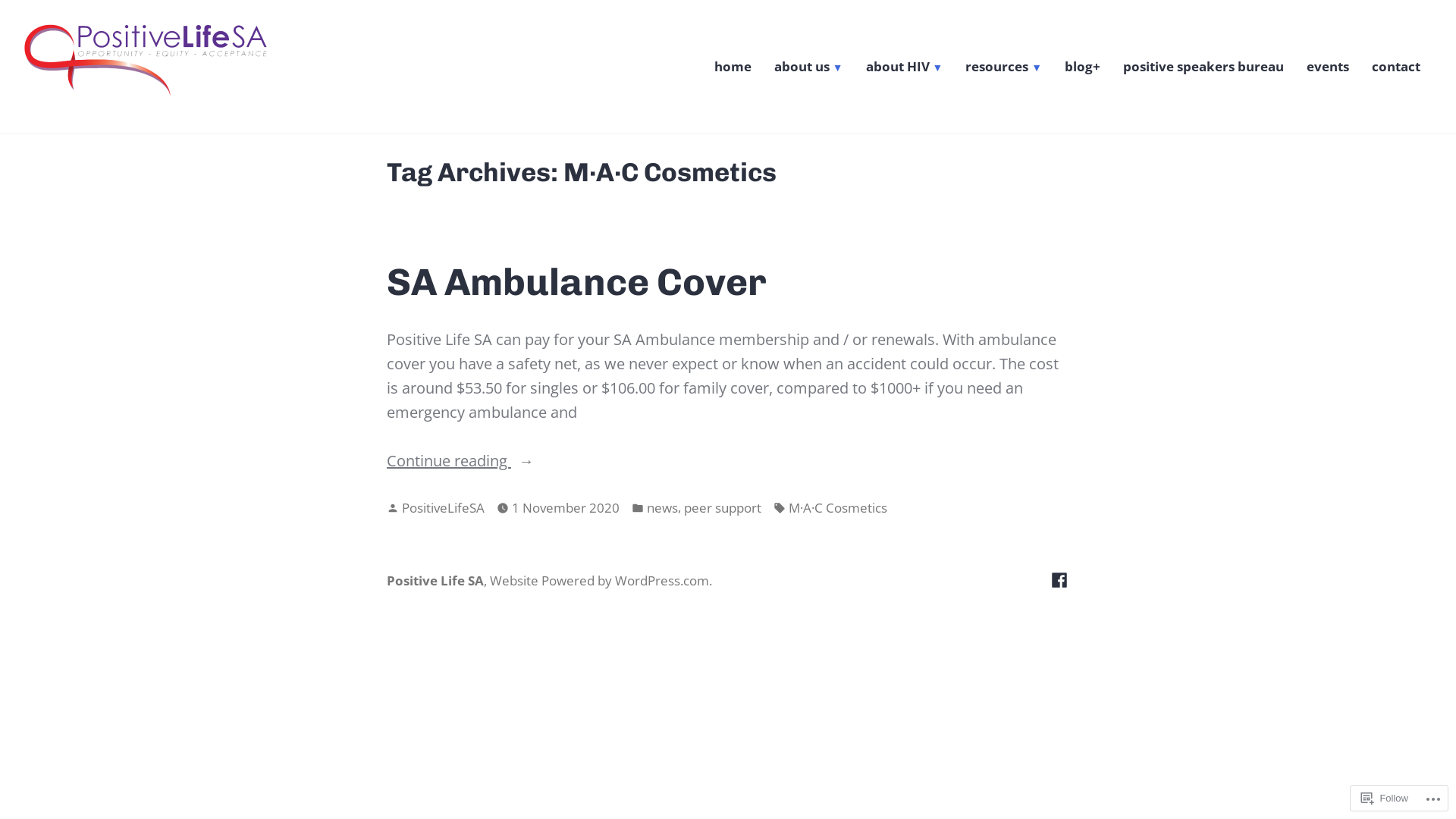  Describe the element at coordinates (598, 580) in the screenshot. I see `'Website Powered by WordPress.com'` at that location.